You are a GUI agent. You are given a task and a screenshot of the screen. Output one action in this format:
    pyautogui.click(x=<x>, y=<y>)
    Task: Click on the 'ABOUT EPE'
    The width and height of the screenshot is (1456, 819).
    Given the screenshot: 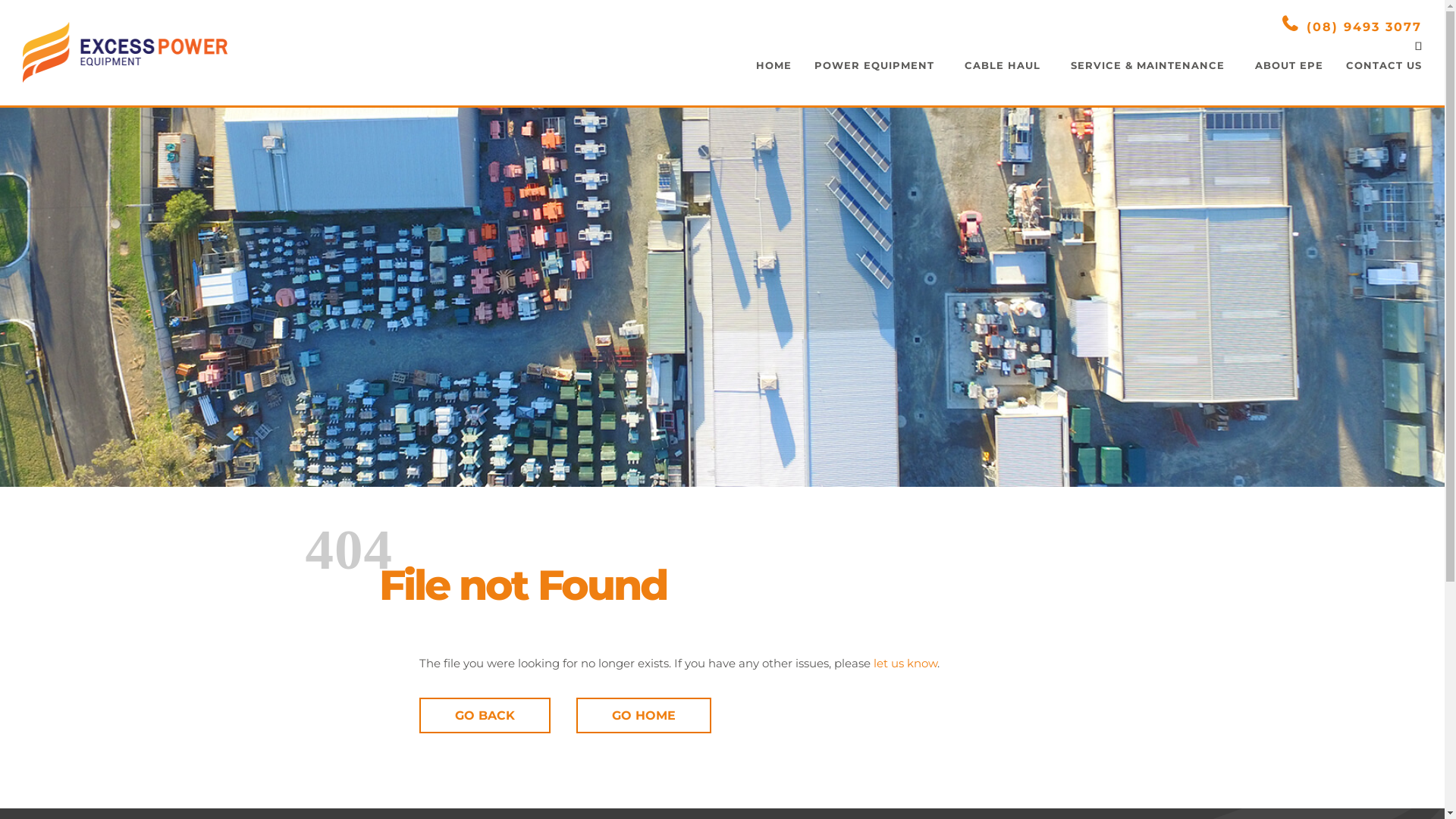 What is the action you would take?
    pyautogui.click(x=1284, y=80)
    